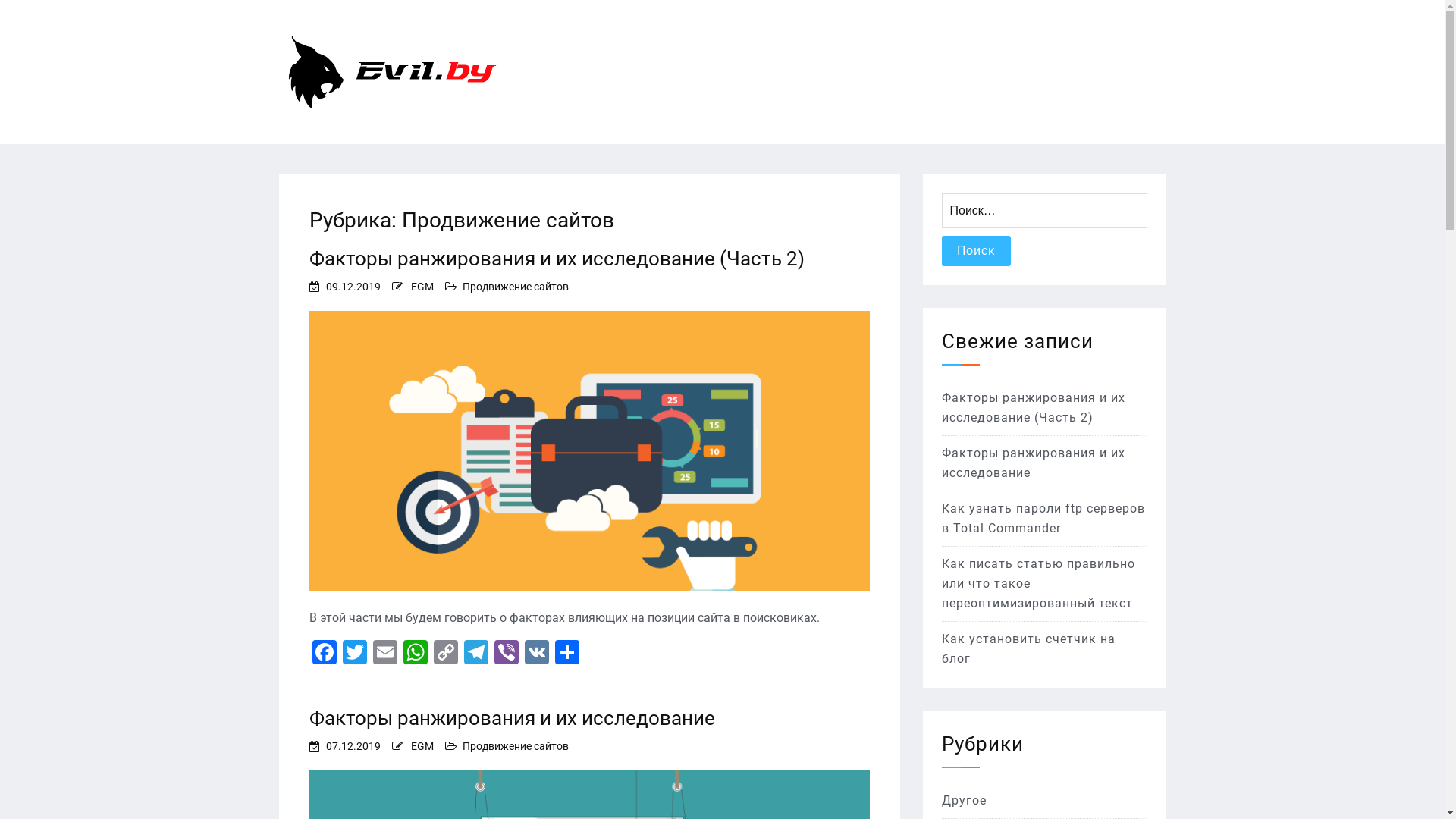 The image size is (1456, 819). What do you see at coordinates (491, 653) in the screenshot?
I see `'Viber'` at bounding box center [491, 653].